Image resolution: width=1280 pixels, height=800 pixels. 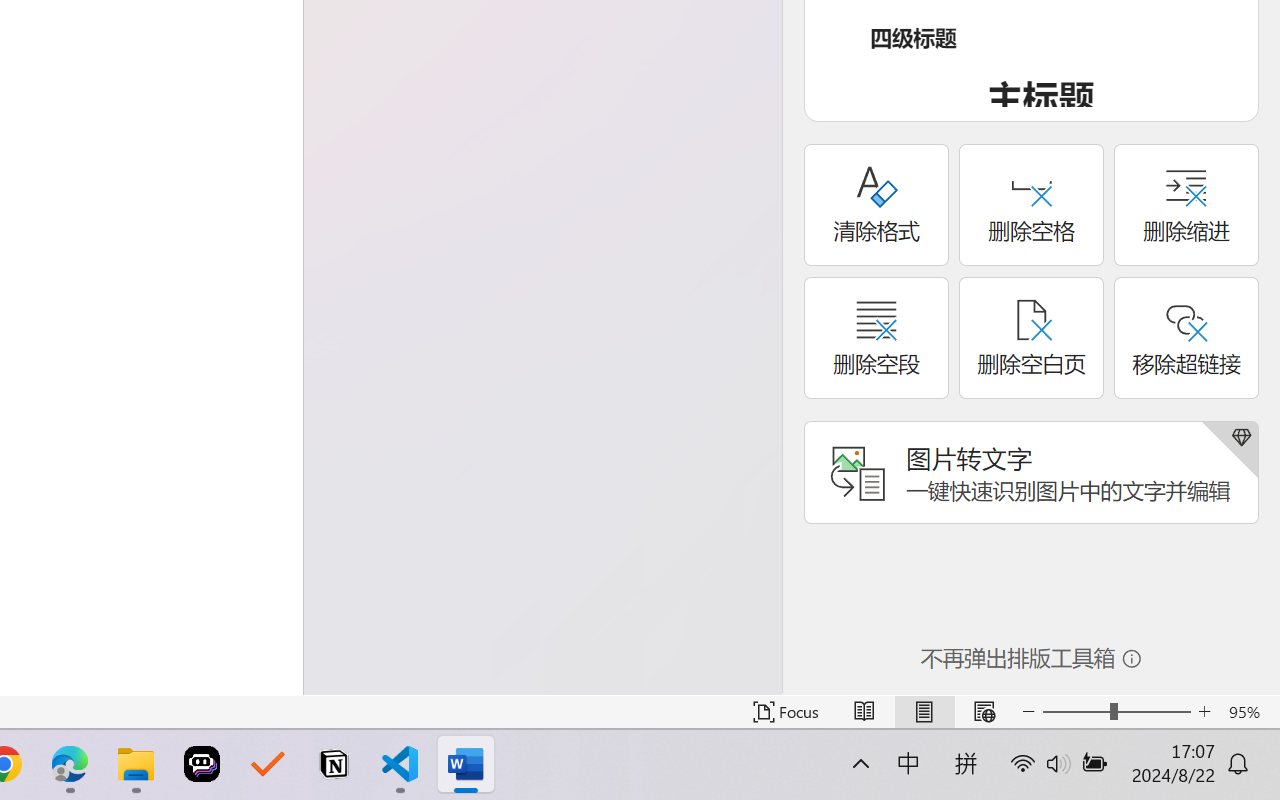 What do you see at coordinates (1248, 711) in the screenshot?
I see `'Zoom 95%'` at bounding box center [1248, 711].